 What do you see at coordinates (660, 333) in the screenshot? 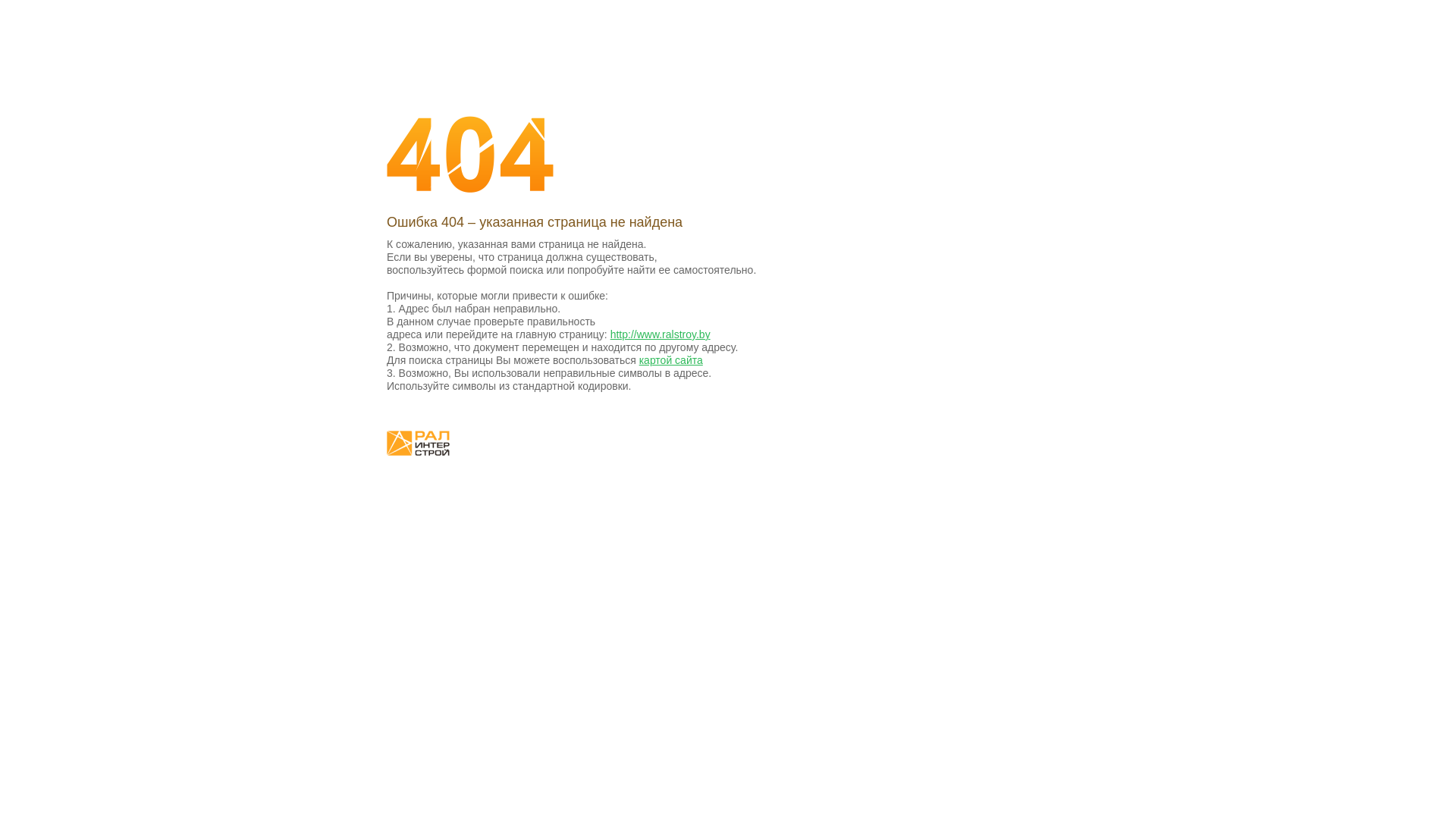
I see `'http://www.ralstroy.by'` at bounding box center [660, 333].